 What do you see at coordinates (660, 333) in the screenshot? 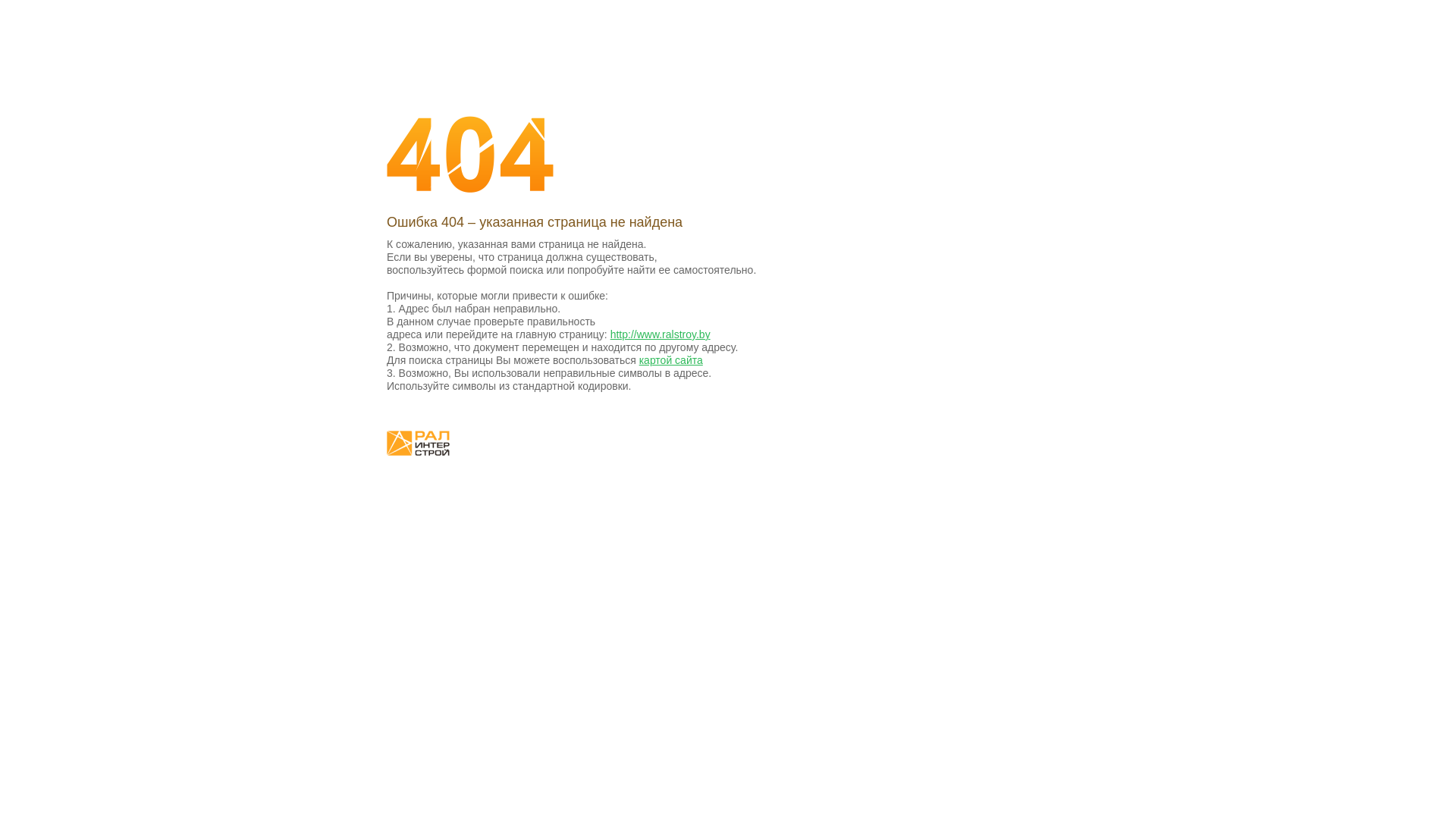
I see `'http://www.ralstroy.by'` at bounding box center [660, 333].